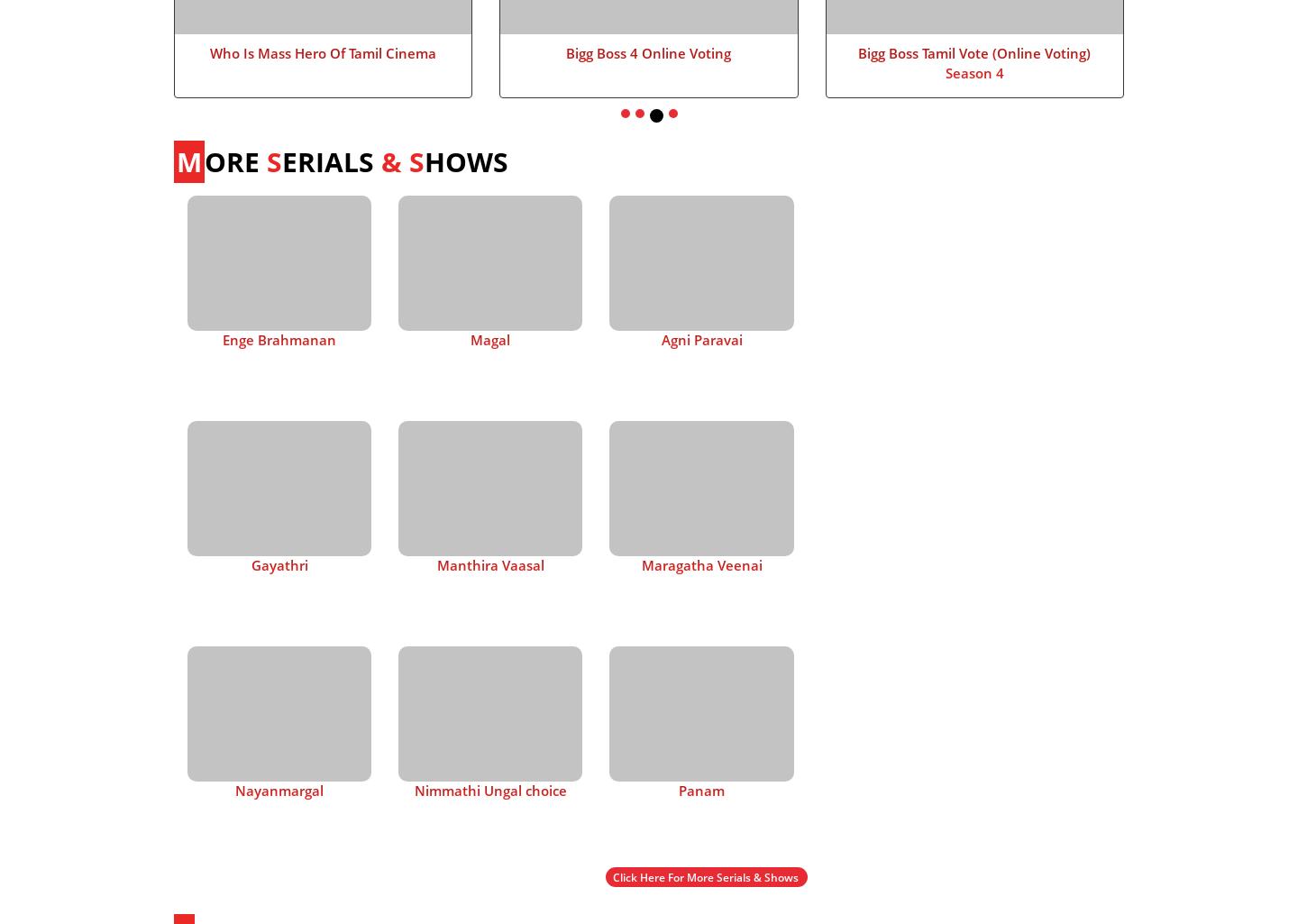 Image resolution: width=1298 pixels, height=924 pixels. I want to click on 'நீ ஜெயிச்சட்ட மாறா 💥😍 - SooraraiPottru On Oscar Ra..', so click(964, 356).